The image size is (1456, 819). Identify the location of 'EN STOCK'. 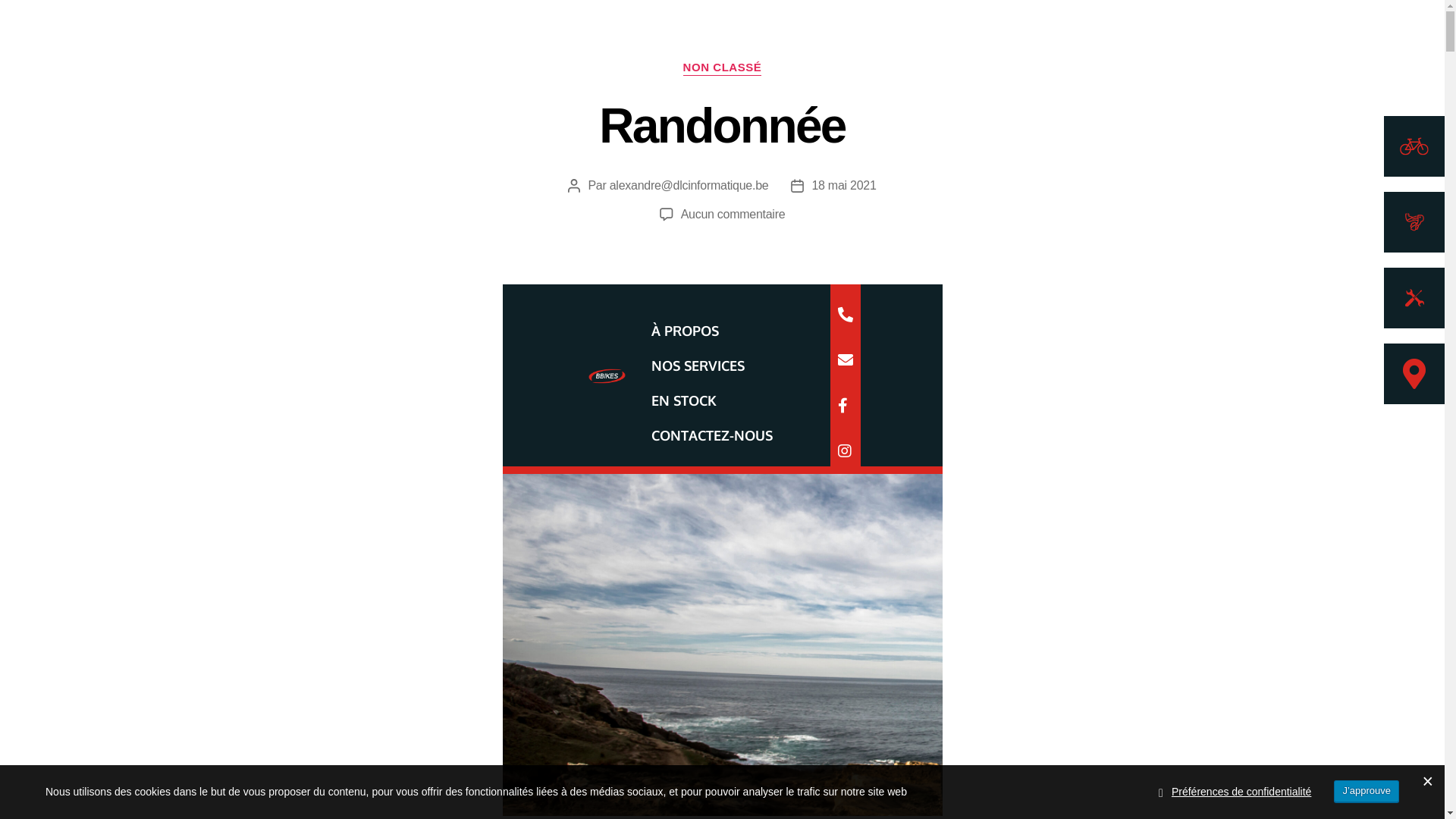
(682, 400).